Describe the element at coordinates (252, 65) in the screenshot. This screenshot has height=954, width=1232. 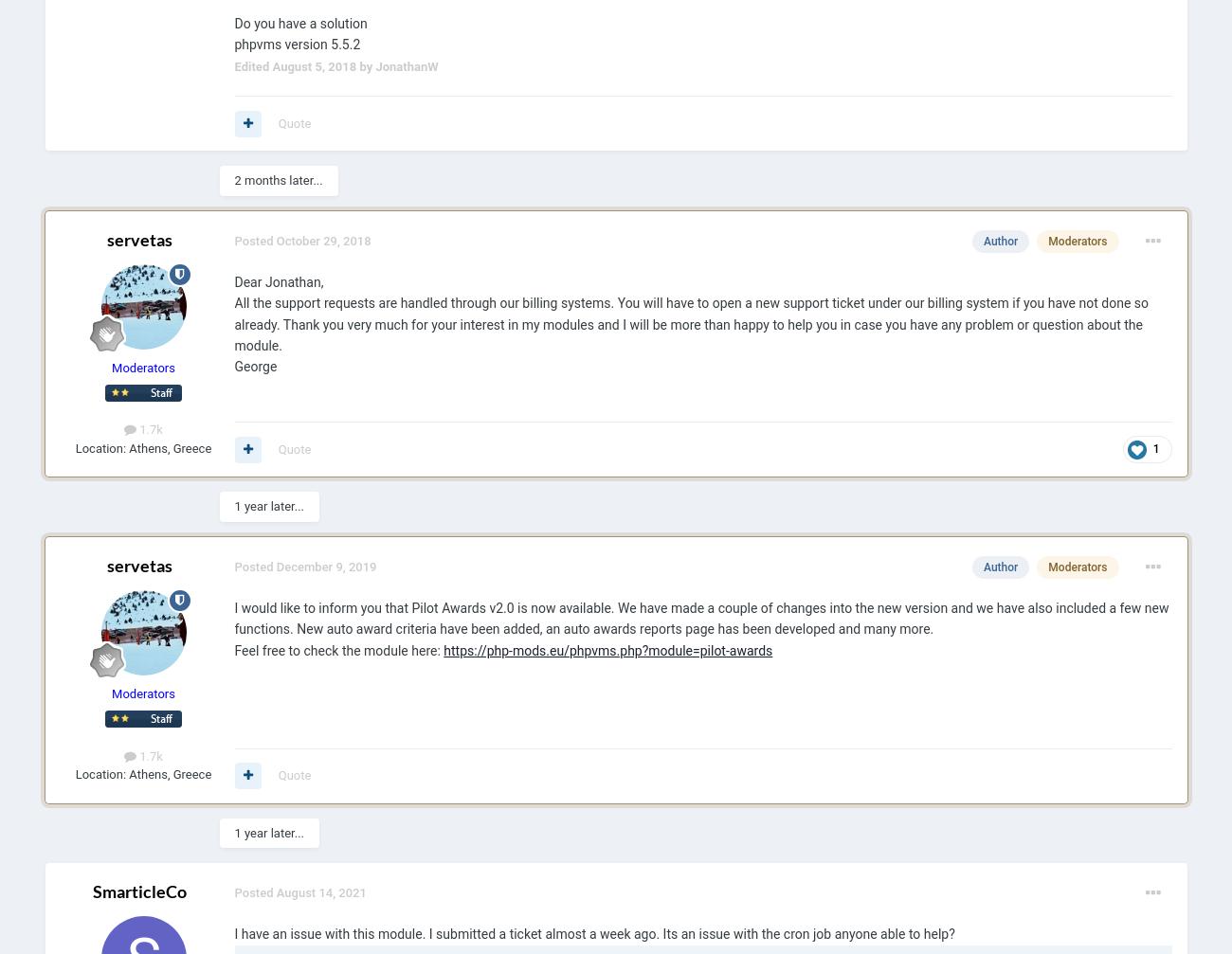
I see `'Edited'` at that location.